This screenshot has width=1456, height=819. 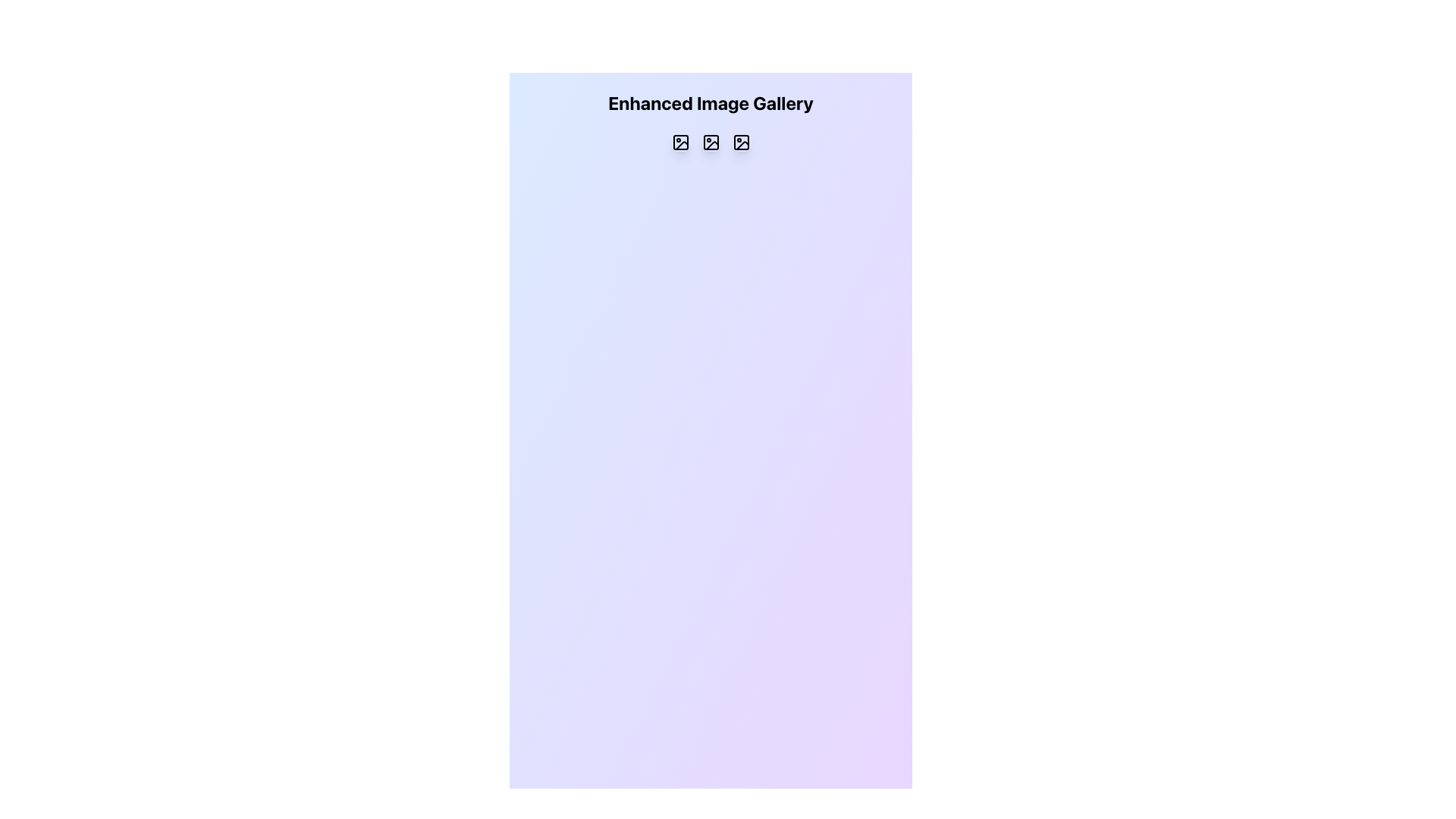 What do you see at coordinates (710, 143) in the screenshot?
I see `the square icon button featuring a simplified image representation with a rounded rectangle, circle, and diagonal line, located in the middle column of a three-column grid layout beneath the 'Enhanced Image Gallery' header` at bounding box center [710, 143].